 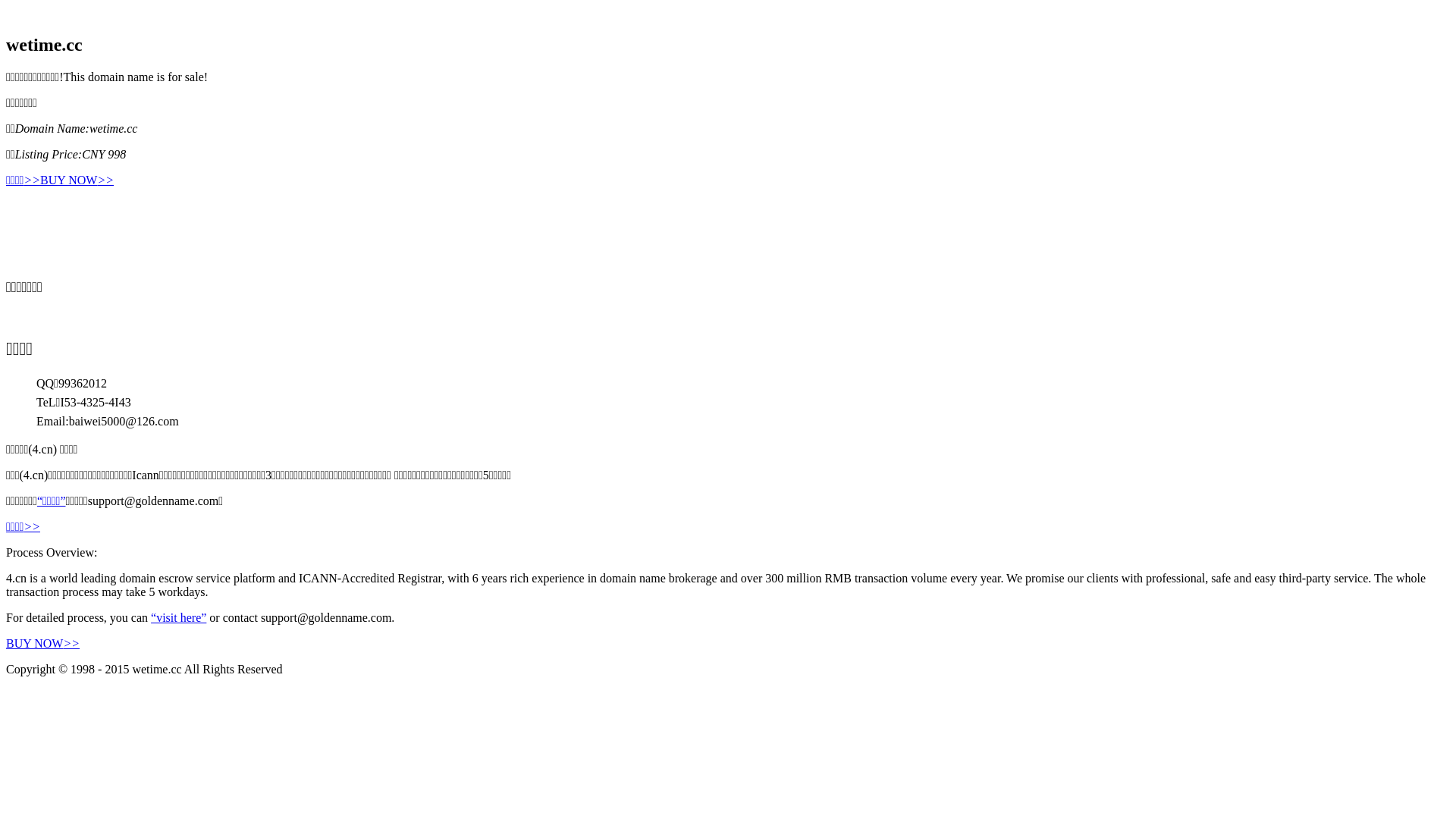 What do you see at coordinates (42, 643) in the screenshot?
I see `'BUY NOW>>'` at bounding box center [42, 643].